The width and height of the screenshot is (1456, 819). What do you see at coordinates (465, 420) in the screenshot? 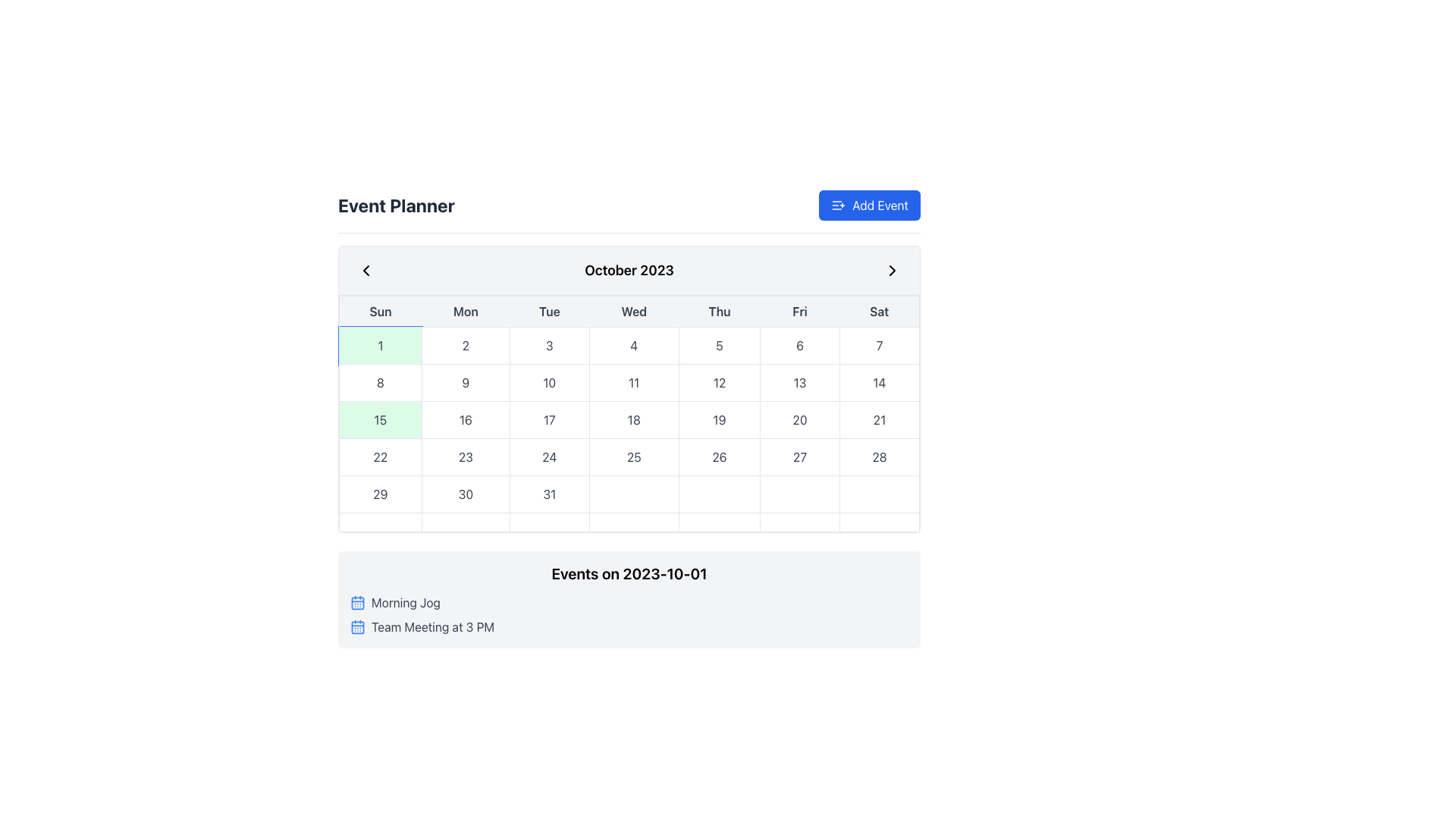
I see `the button representing the day '16' in the October calendar grid` at bounding box center [465, 420].